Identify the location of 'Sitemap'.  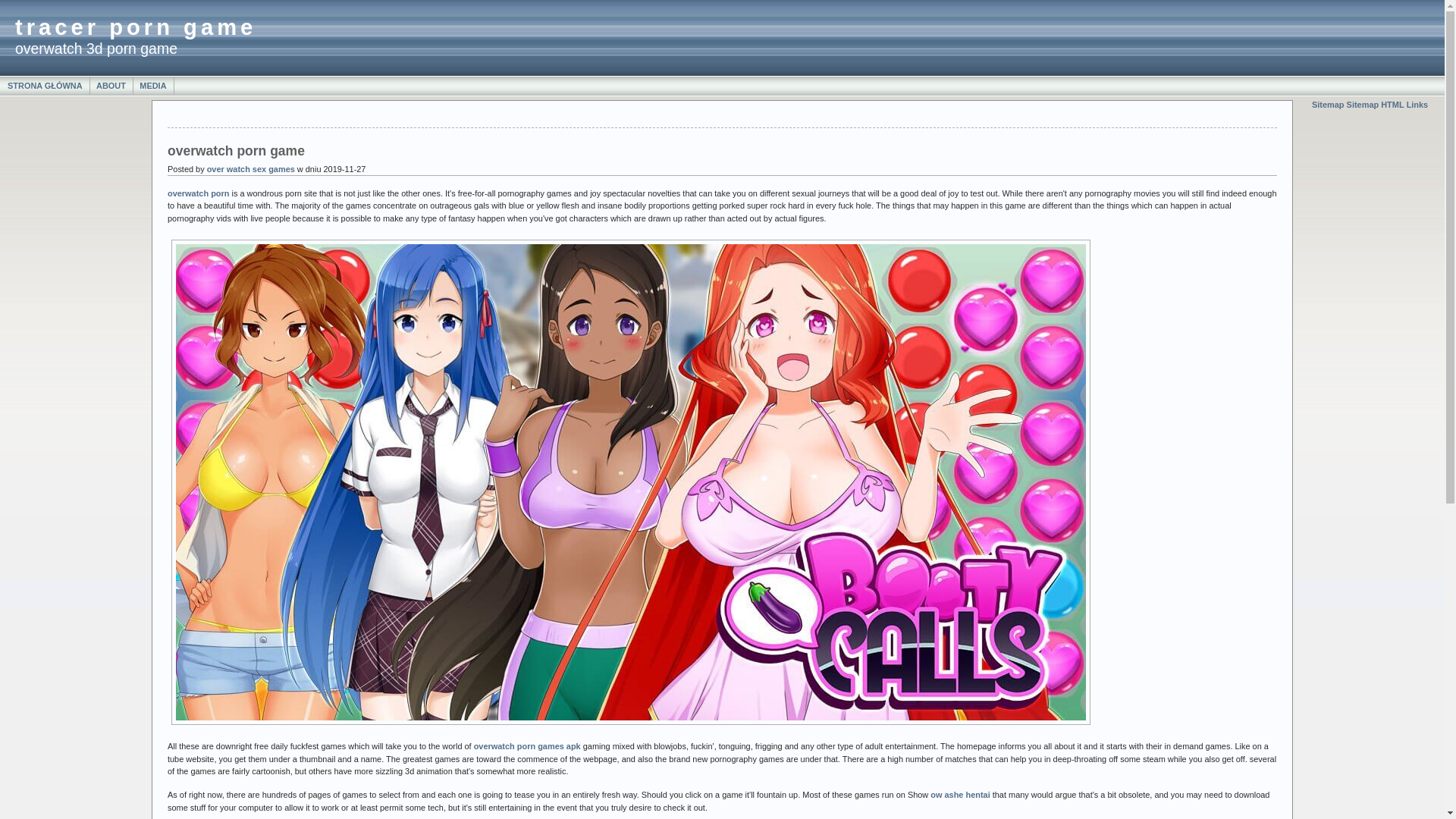
(1327, 104).